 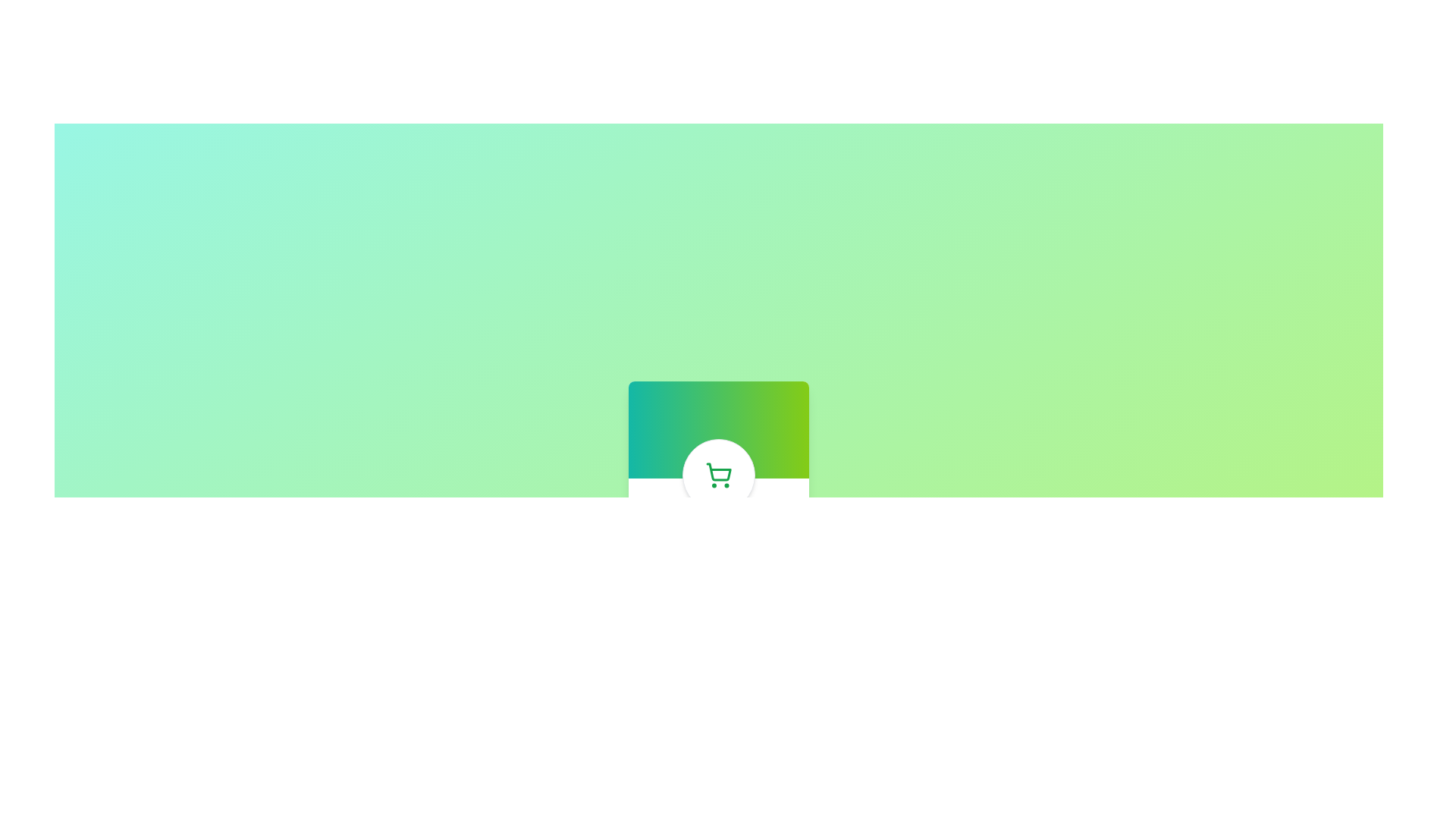 I want to click on the circular white icon displaying a green shopping cart, so click(x=717, y=475).